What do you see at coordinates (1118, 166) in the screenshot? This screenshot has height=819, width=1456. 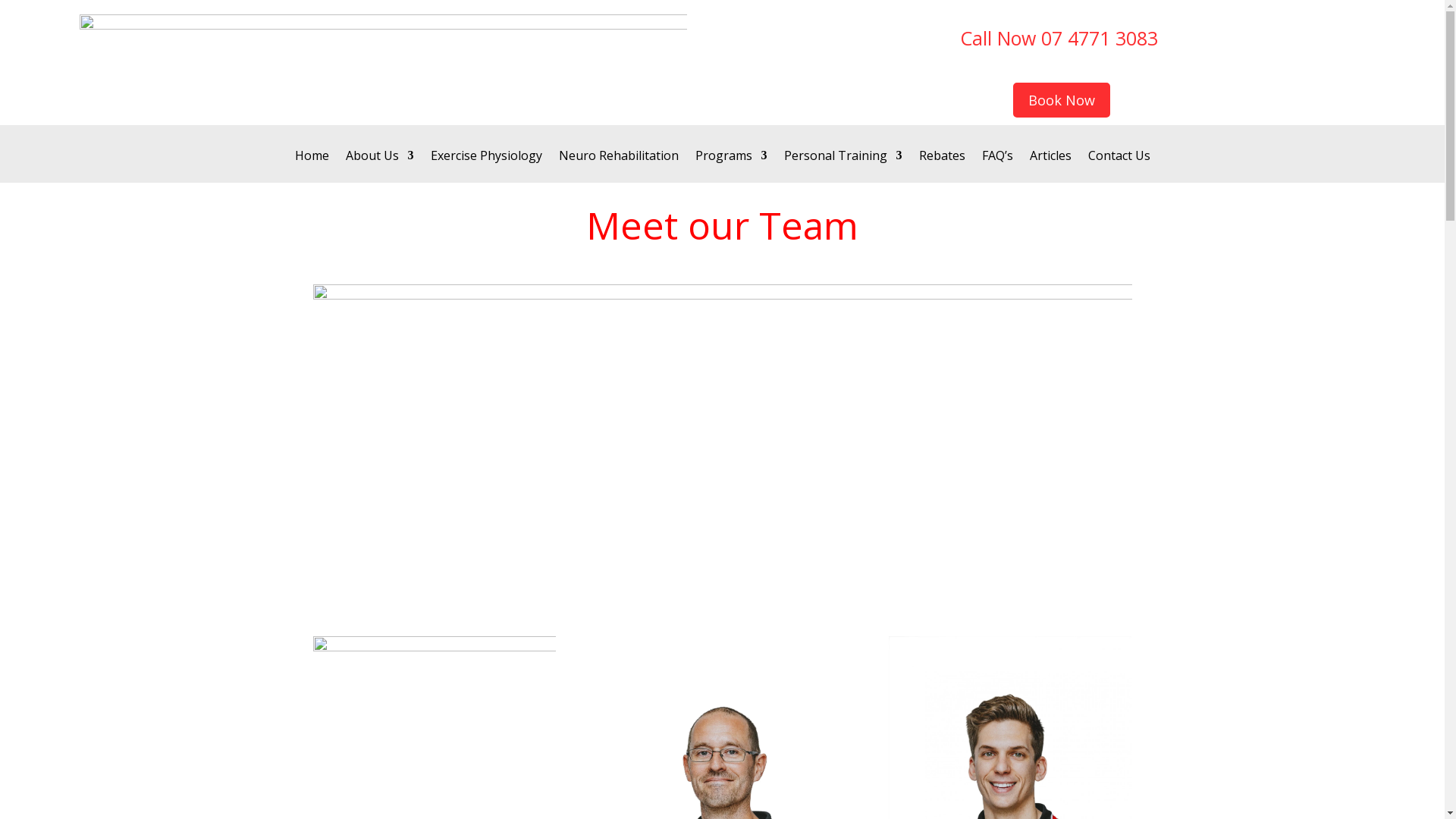 I see `'Contact Us'` at bounding box center [1118, 166].